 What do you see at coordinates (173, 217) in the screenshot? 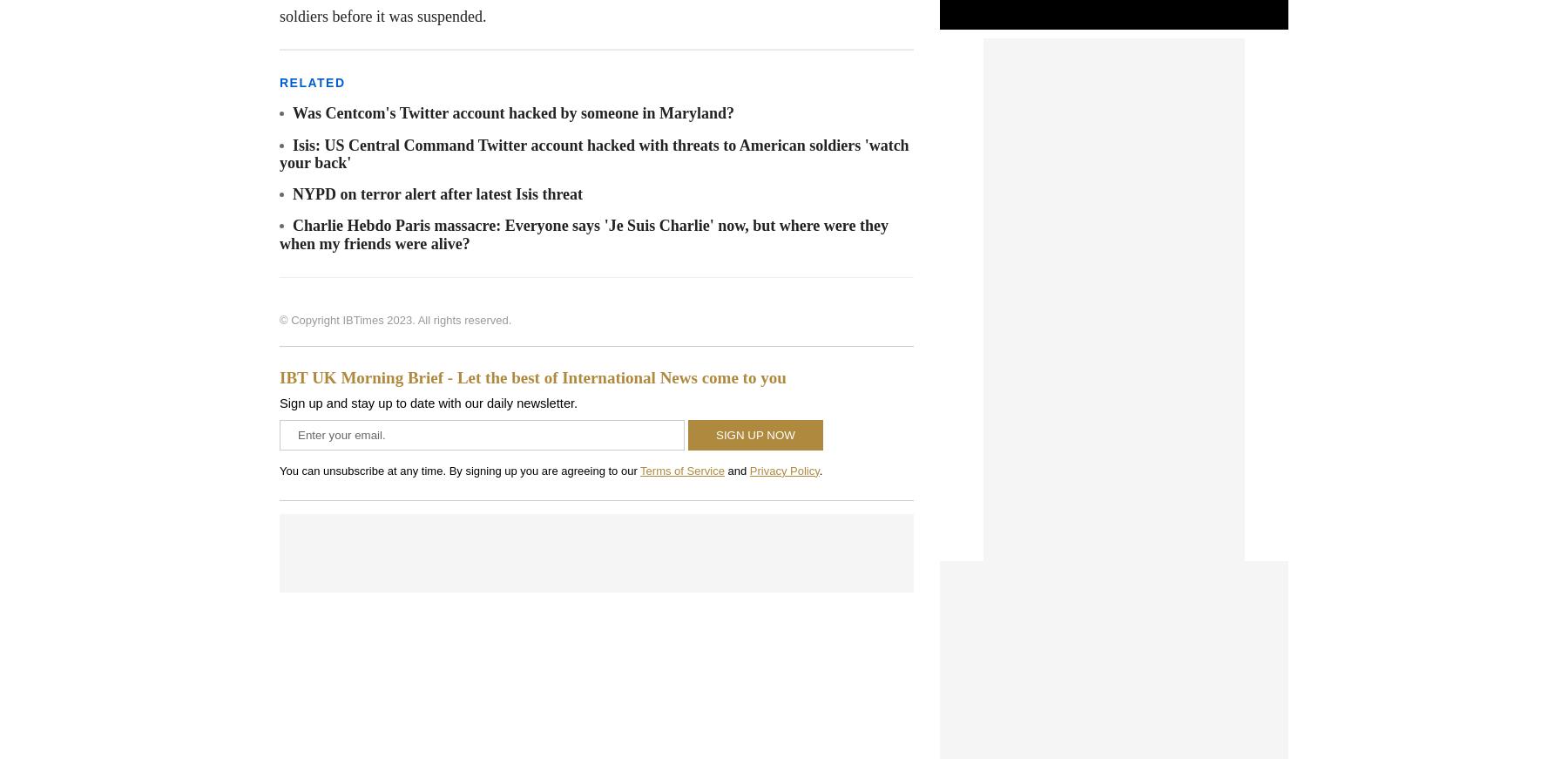
I see `'Follow Us'` at bounding box center [173, 217].